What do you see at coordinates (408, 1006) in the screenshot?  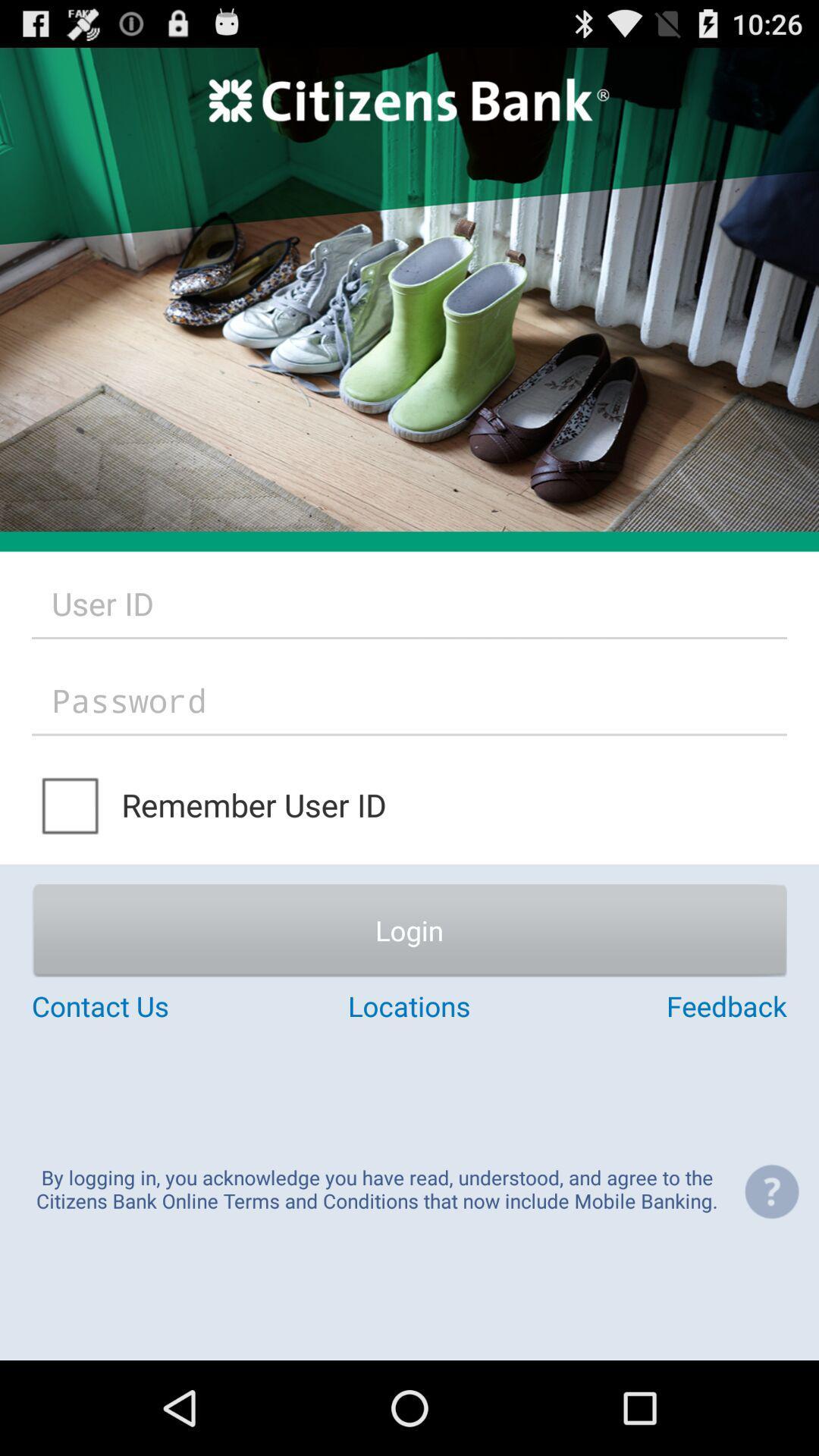 I see `item below login button` at bounding box center [408, 1006].